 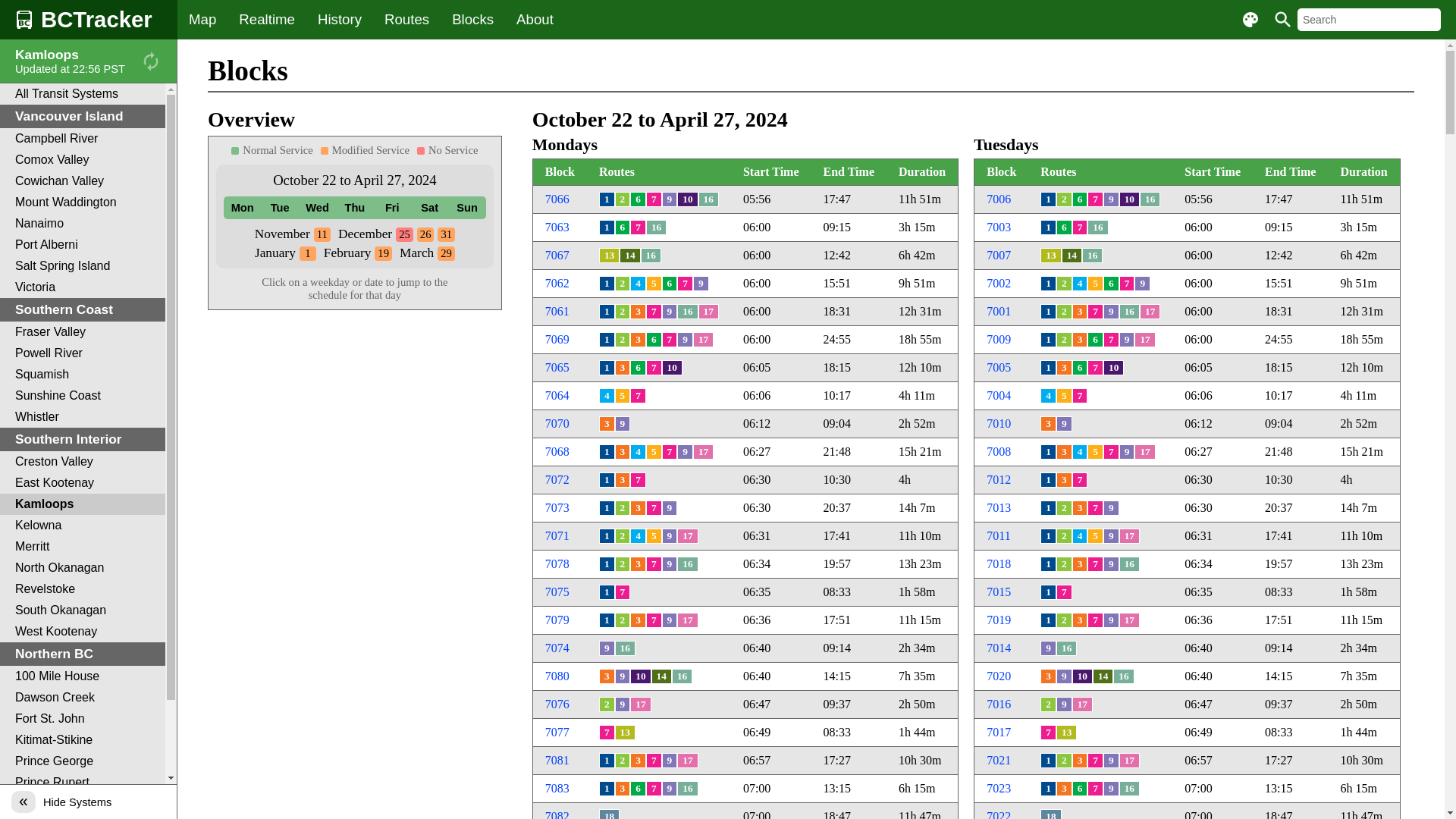 I want to click on '5', so click(x=654, y=284).